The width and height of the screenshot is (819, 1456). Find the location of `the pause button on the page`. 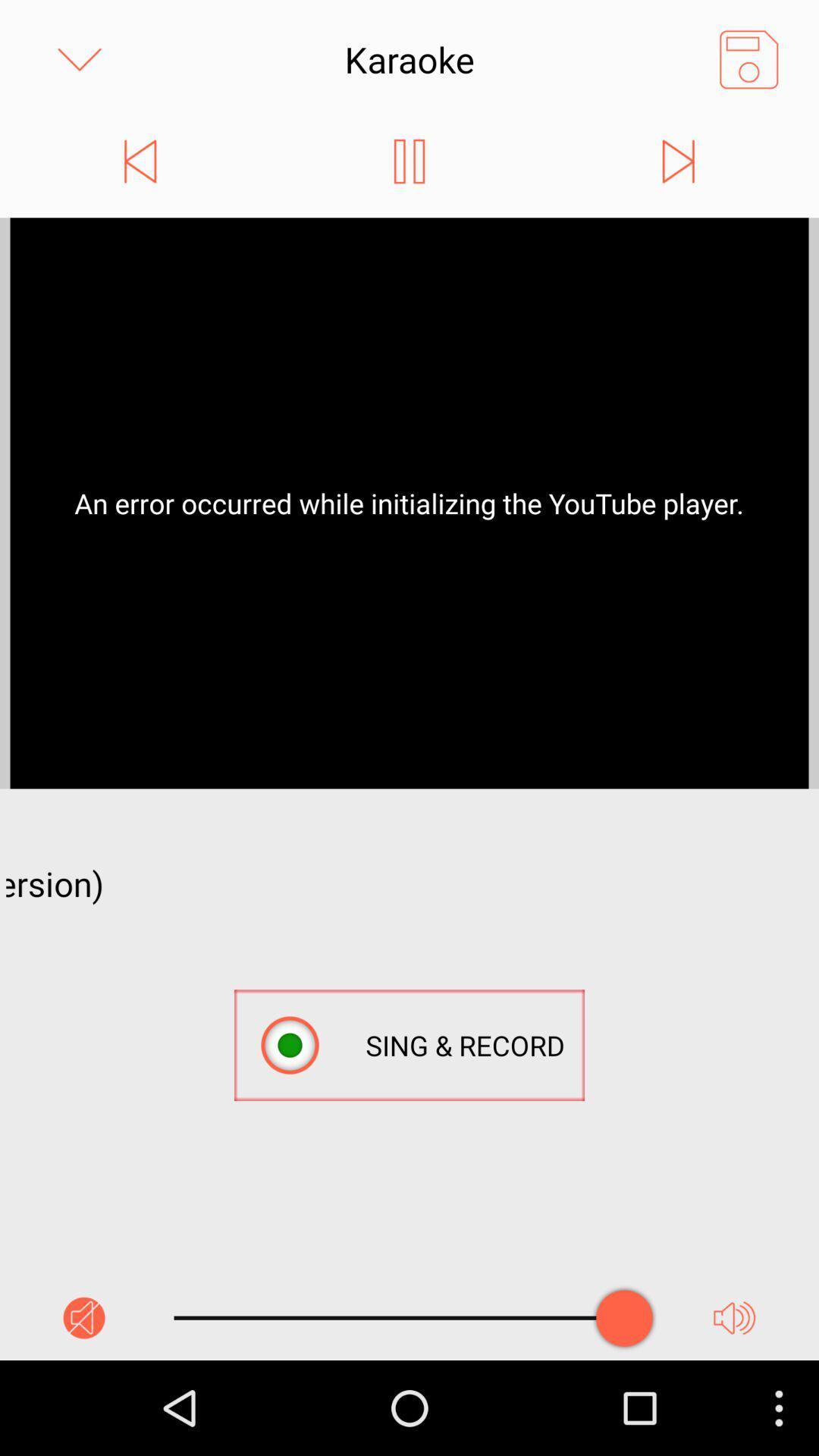

the pause button on the page is located at coordinates (408, 161).